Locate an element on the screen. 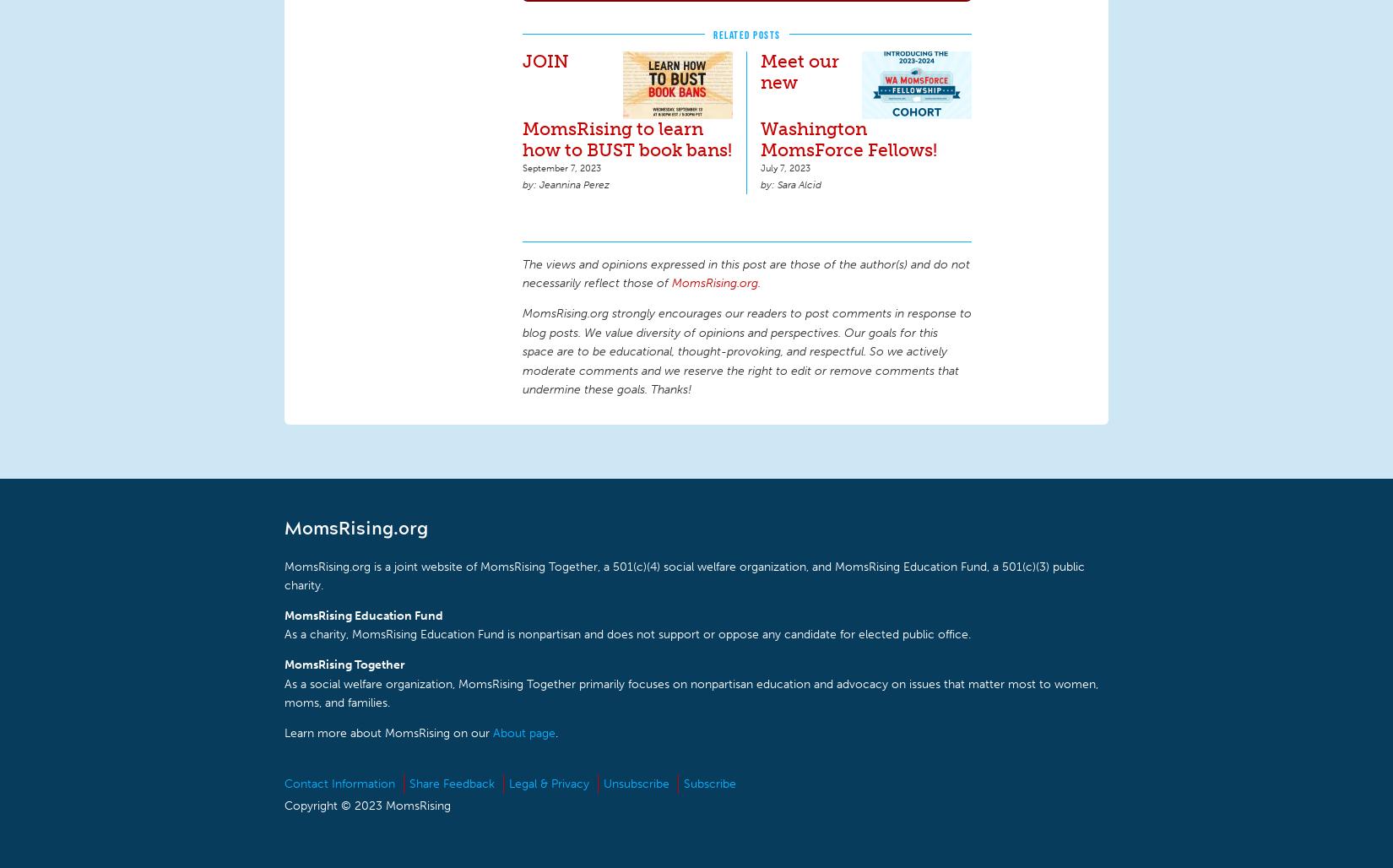 This screenshot has width=1393, height=868. 'Learn more about MomsRising on our' is located at coordinates (388, 732).